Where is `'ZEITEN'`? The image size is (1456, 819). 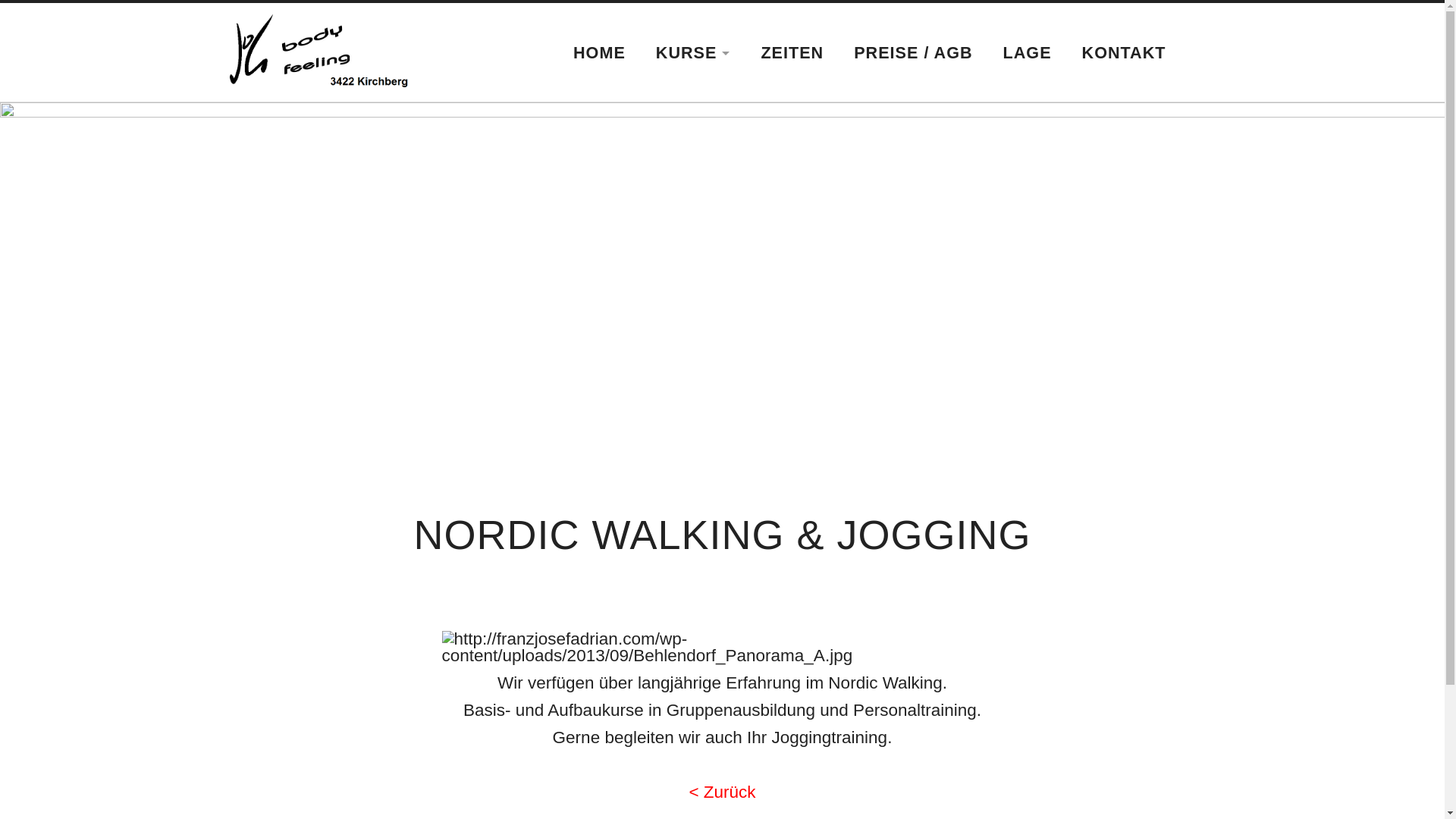
'ZEITEN' is located at coordinates (791, 52).